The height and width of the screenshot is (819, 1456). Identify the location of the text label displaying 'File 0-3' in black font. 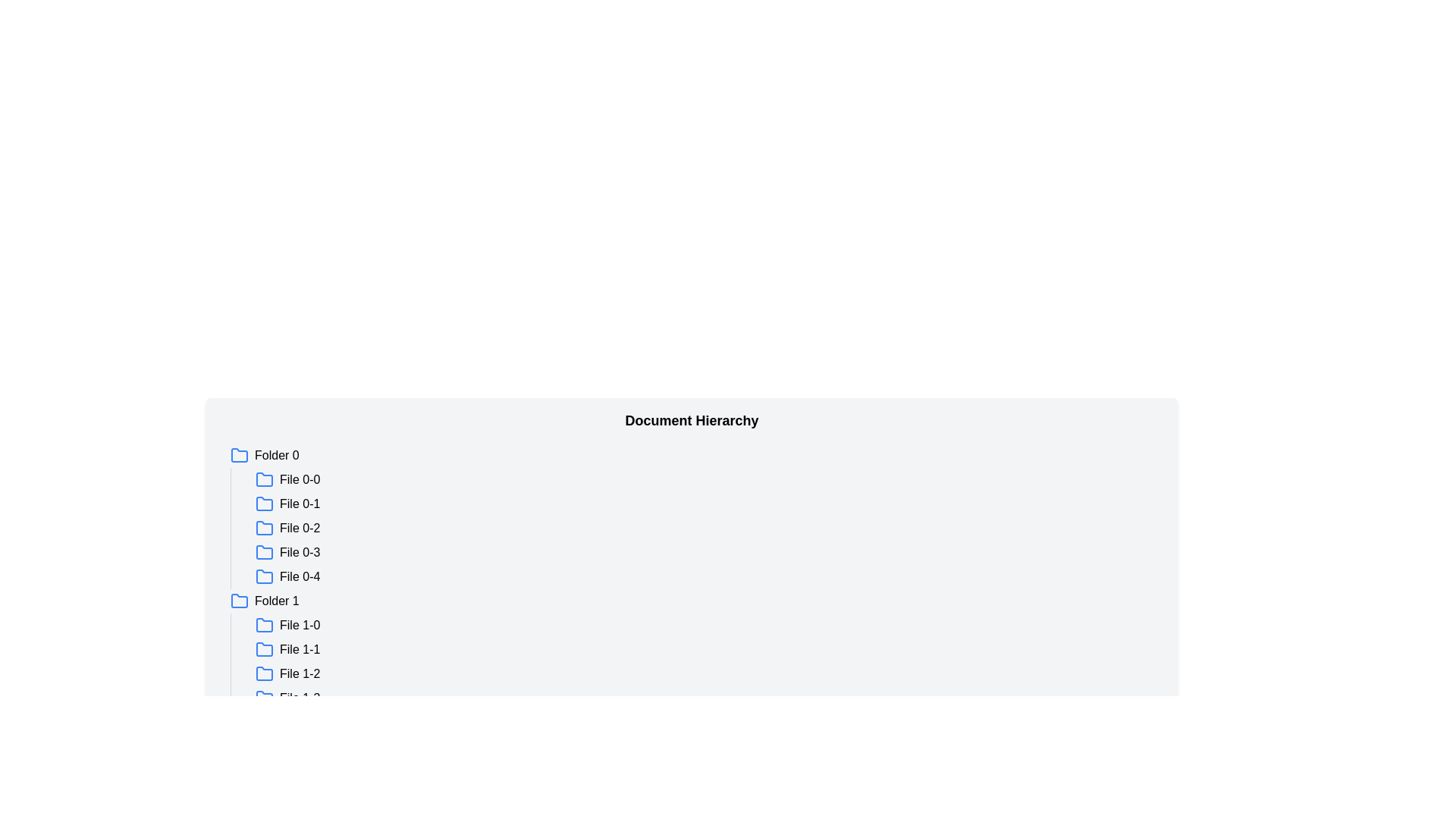
(300, 553).